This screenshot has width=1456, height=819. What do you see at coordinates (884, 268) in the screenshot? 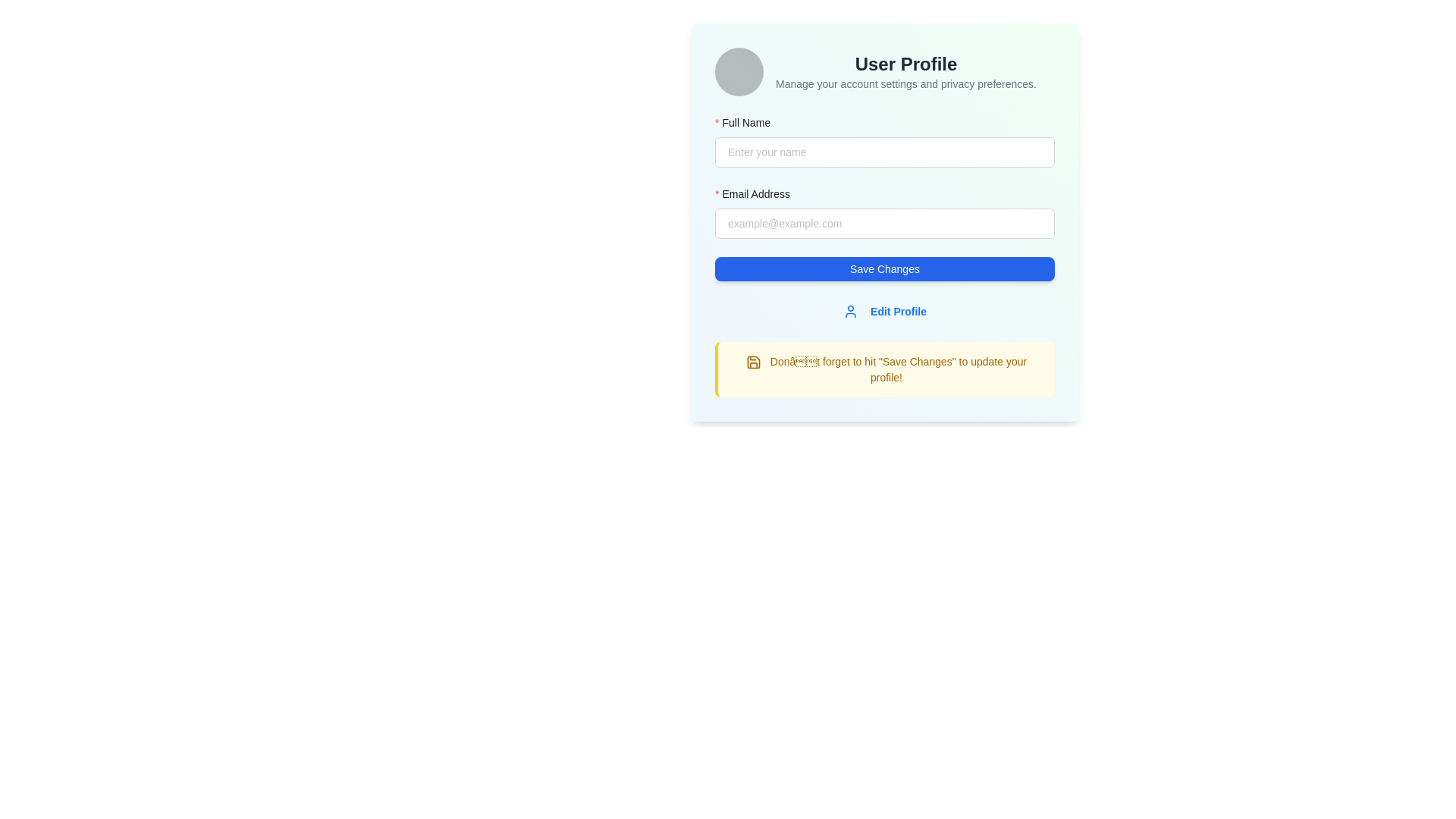
I see `the rectangular button with a blue background and white text reading 'Save Changes'` at bounding box center [884, 268].